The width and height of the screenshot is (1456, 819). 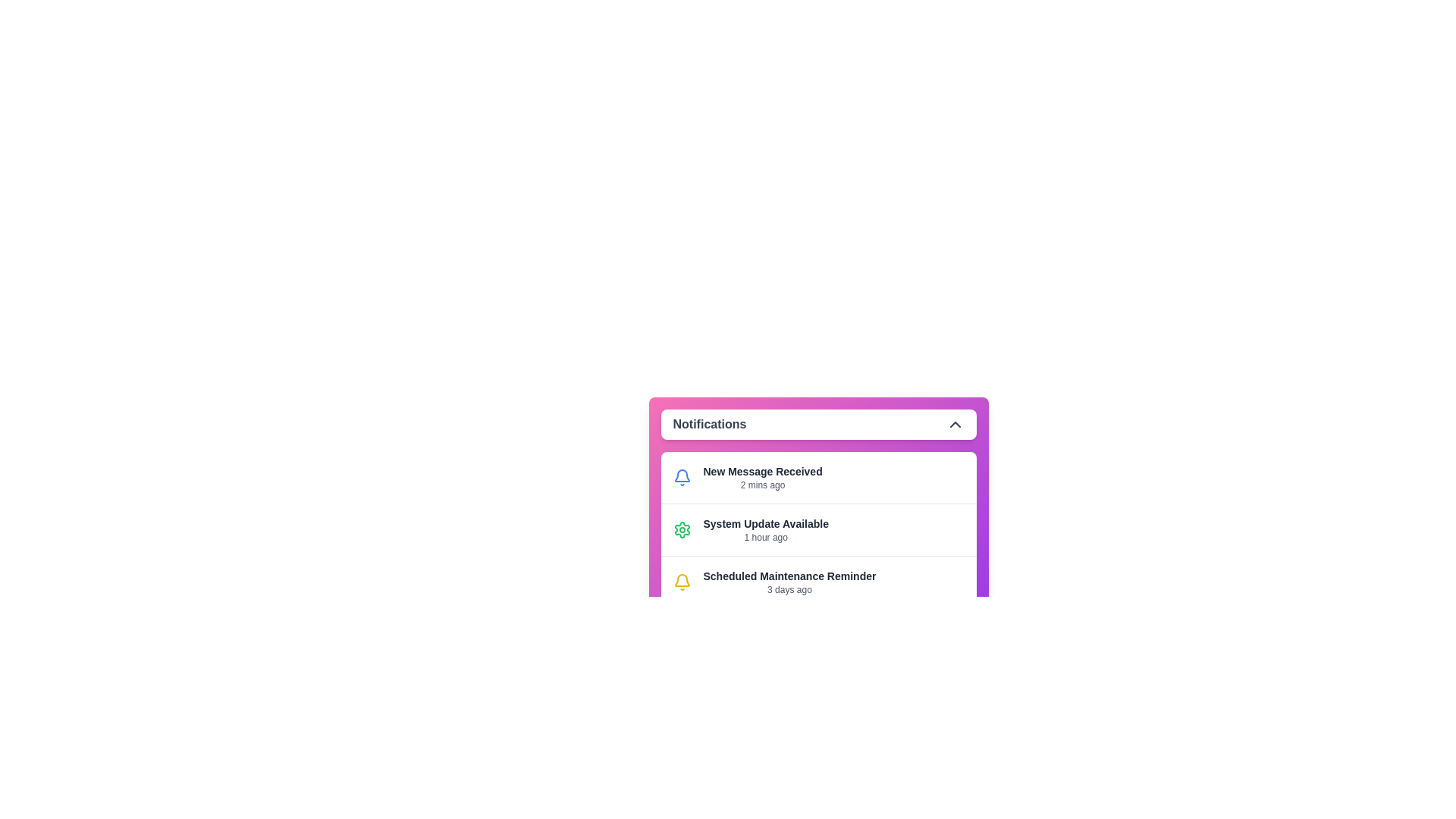 I want to click on the first notification item in the notifications list to read the notification details, so click(x=817, y=476).